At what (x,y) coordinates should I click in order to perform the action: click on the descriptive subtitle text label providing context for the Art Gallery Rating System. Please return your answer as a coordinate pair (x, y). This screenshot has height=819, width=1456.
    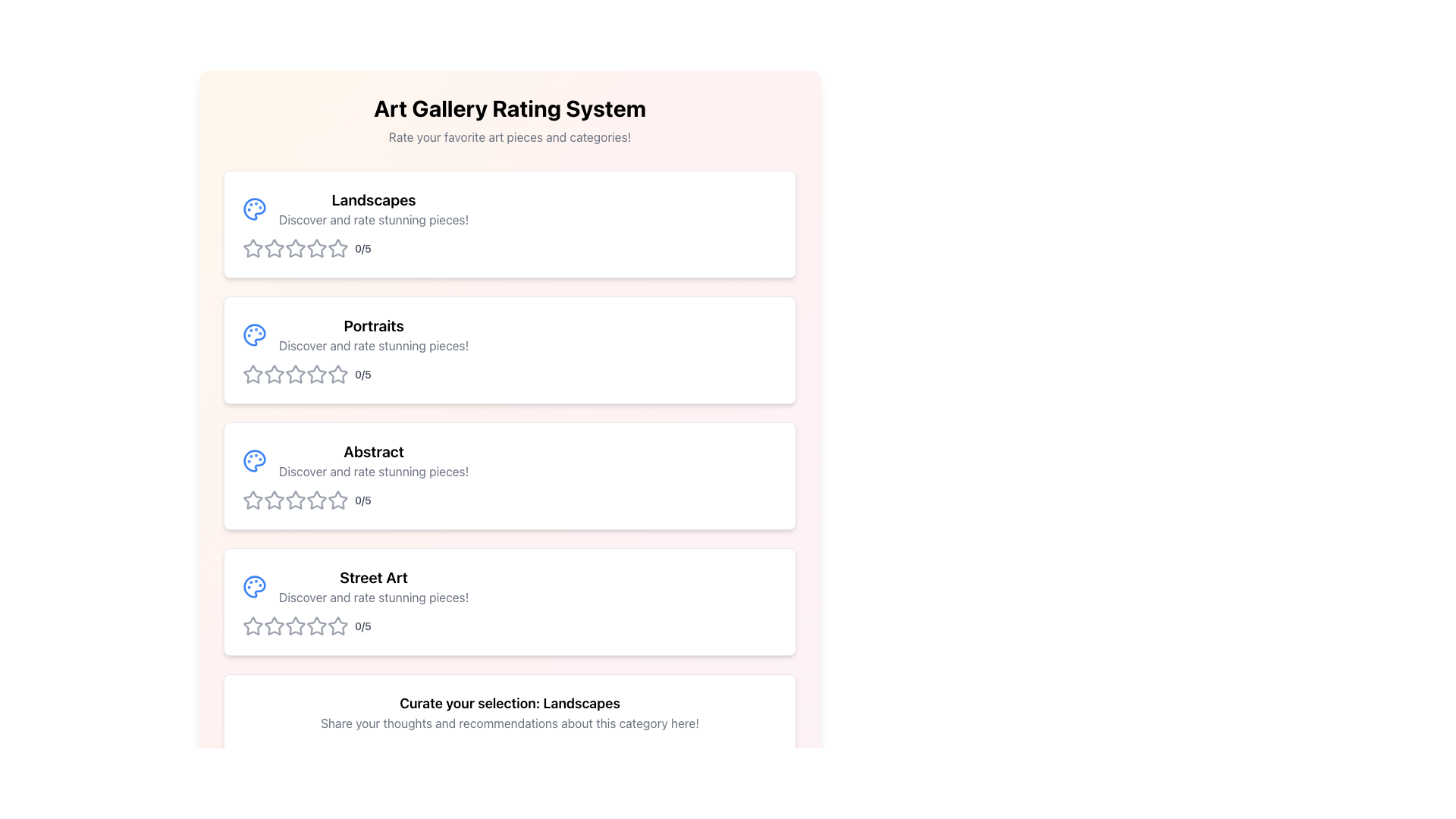
    Looking at the image, I should click on (510, 137).